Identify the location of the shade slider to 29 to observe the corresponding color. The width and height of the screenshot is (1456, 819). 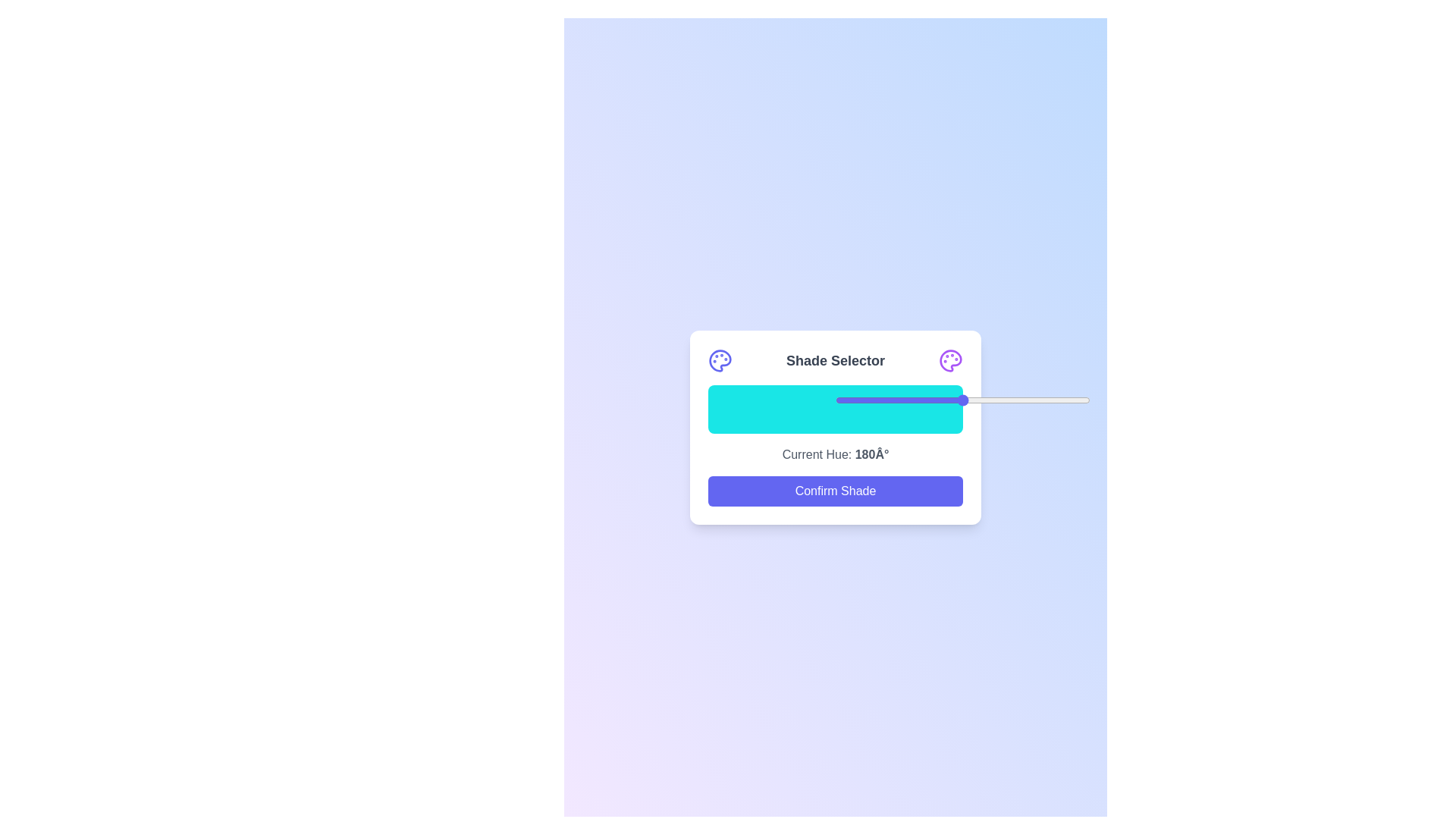
(782, 409).